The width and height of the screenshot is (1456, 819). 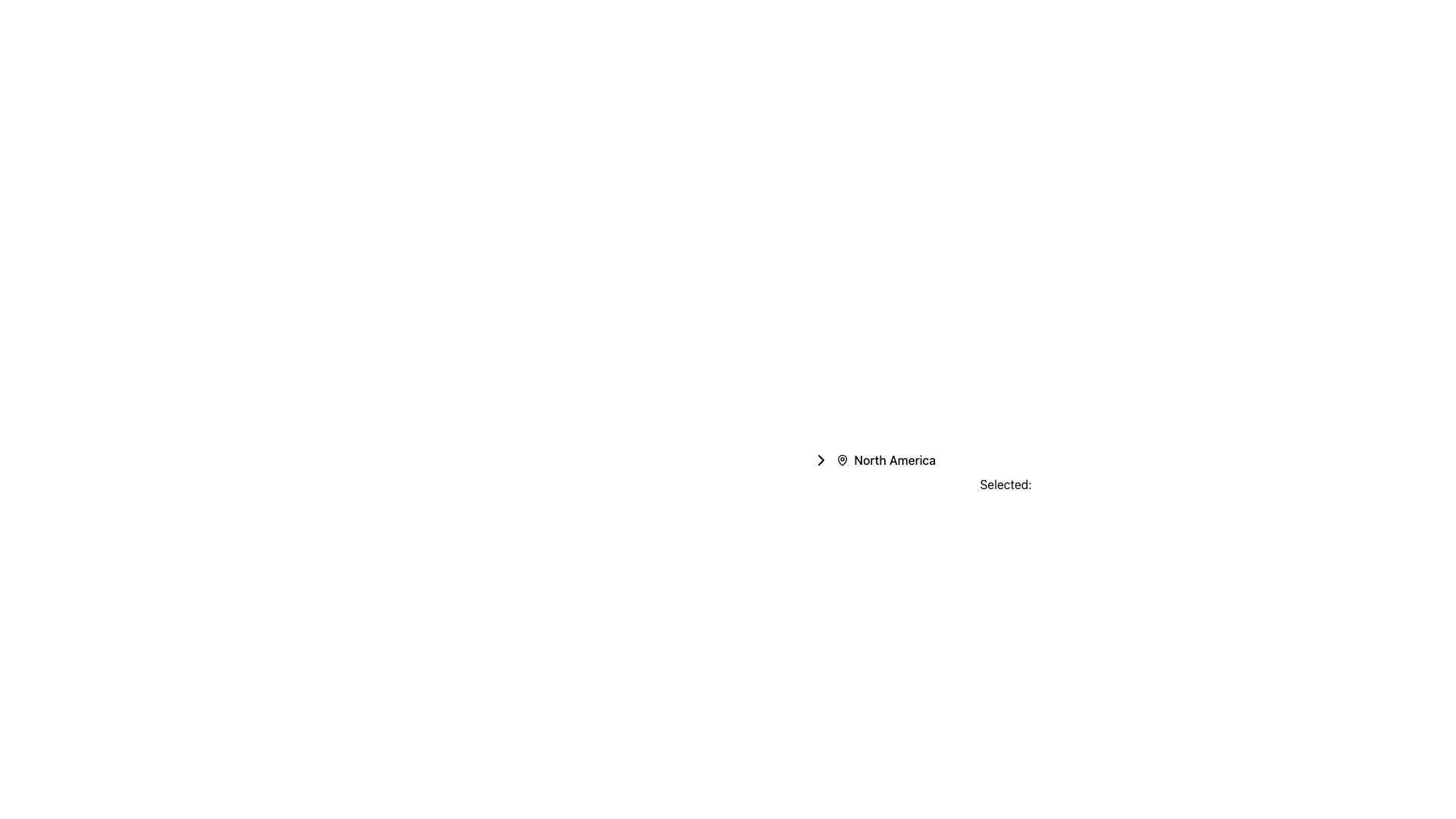 I want to click on the minimalist map pin icon located to the left of the text 'North America' for informational purposes, so click(x=841, y=459).